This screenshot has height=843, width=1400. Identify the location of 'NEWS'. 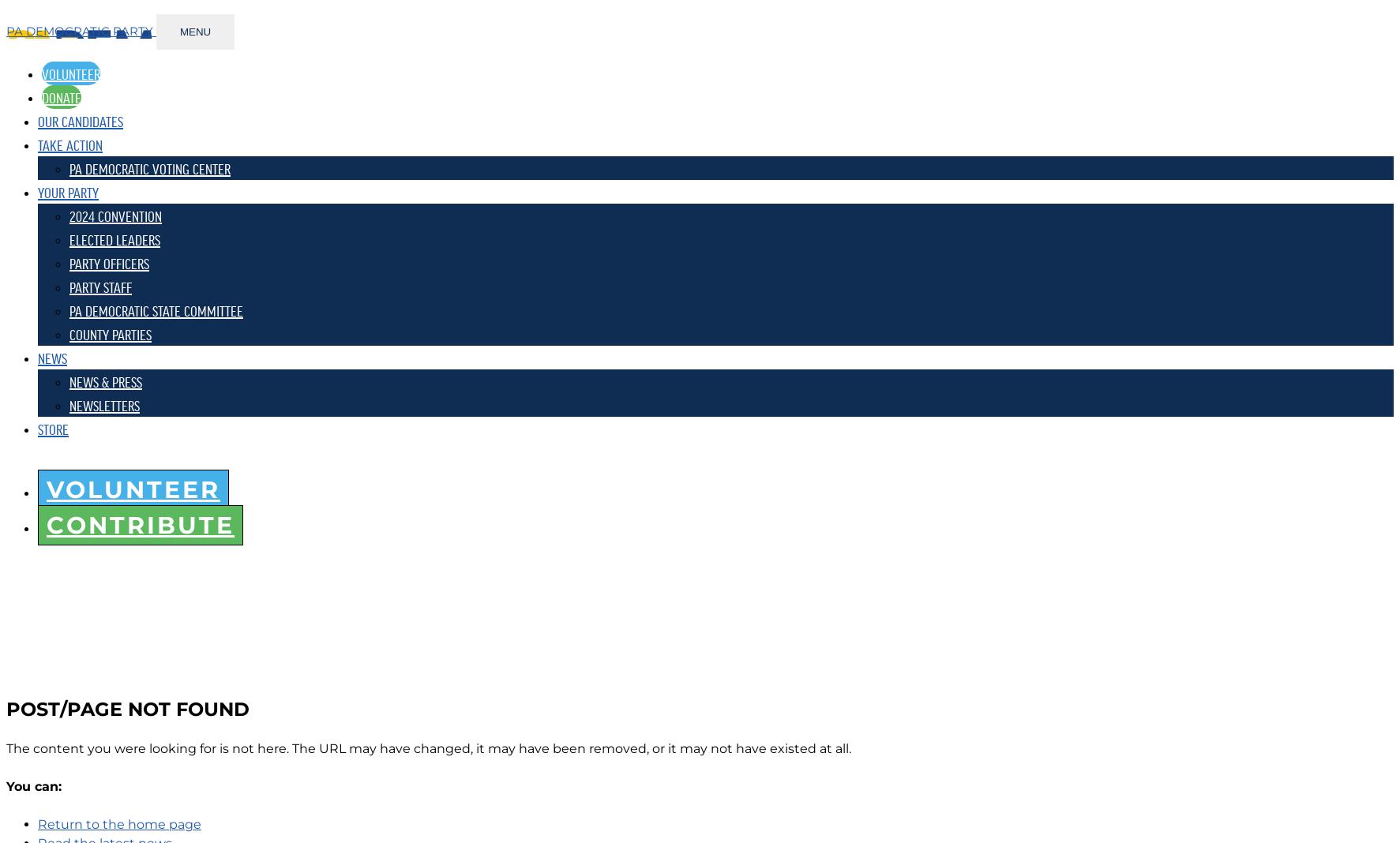
(51, 358).